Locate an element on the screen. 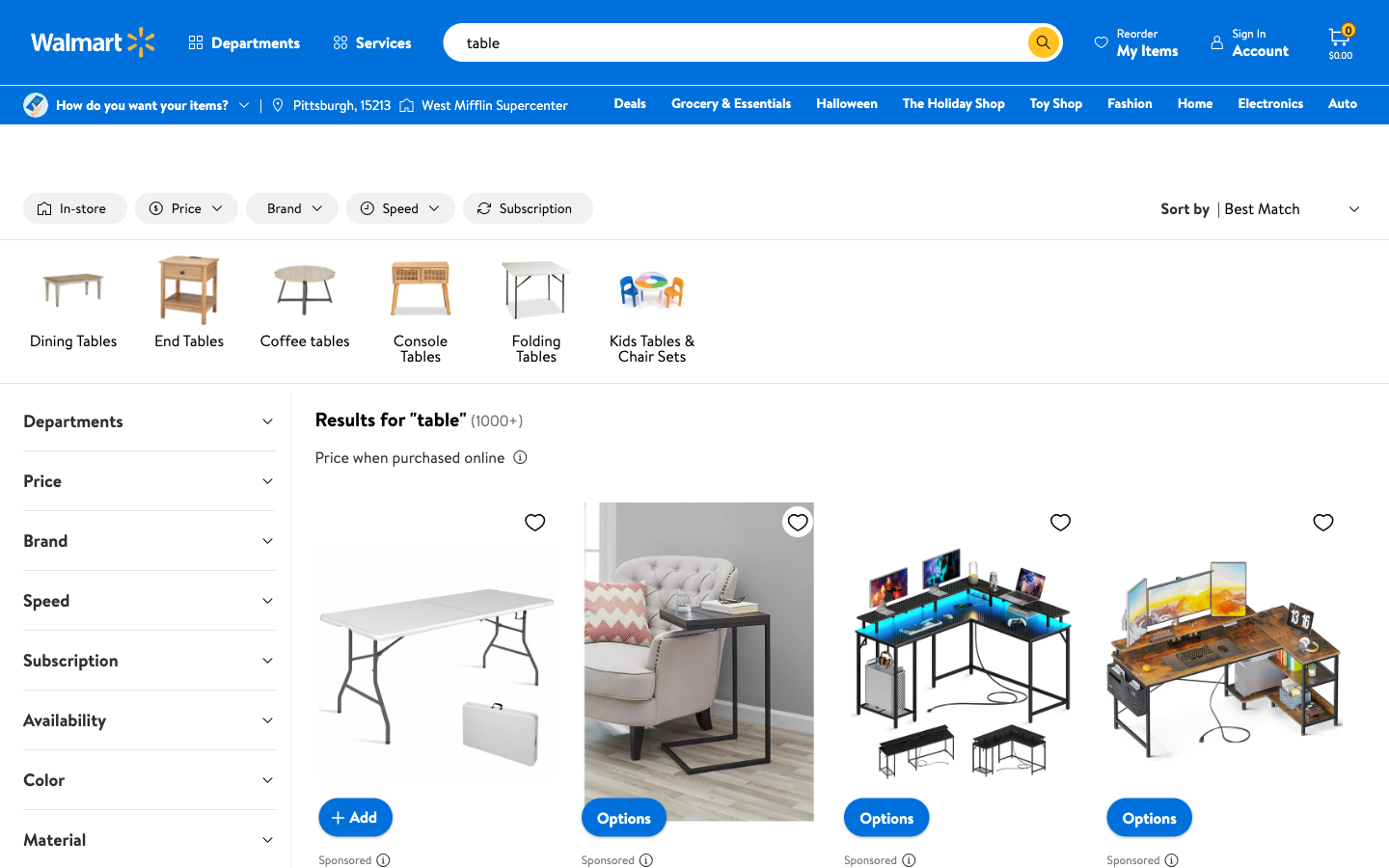 Image resolution: width=1389 pixels, height=868 pixels. Add three tables to your shopping list is located at coordinates (354, 816).